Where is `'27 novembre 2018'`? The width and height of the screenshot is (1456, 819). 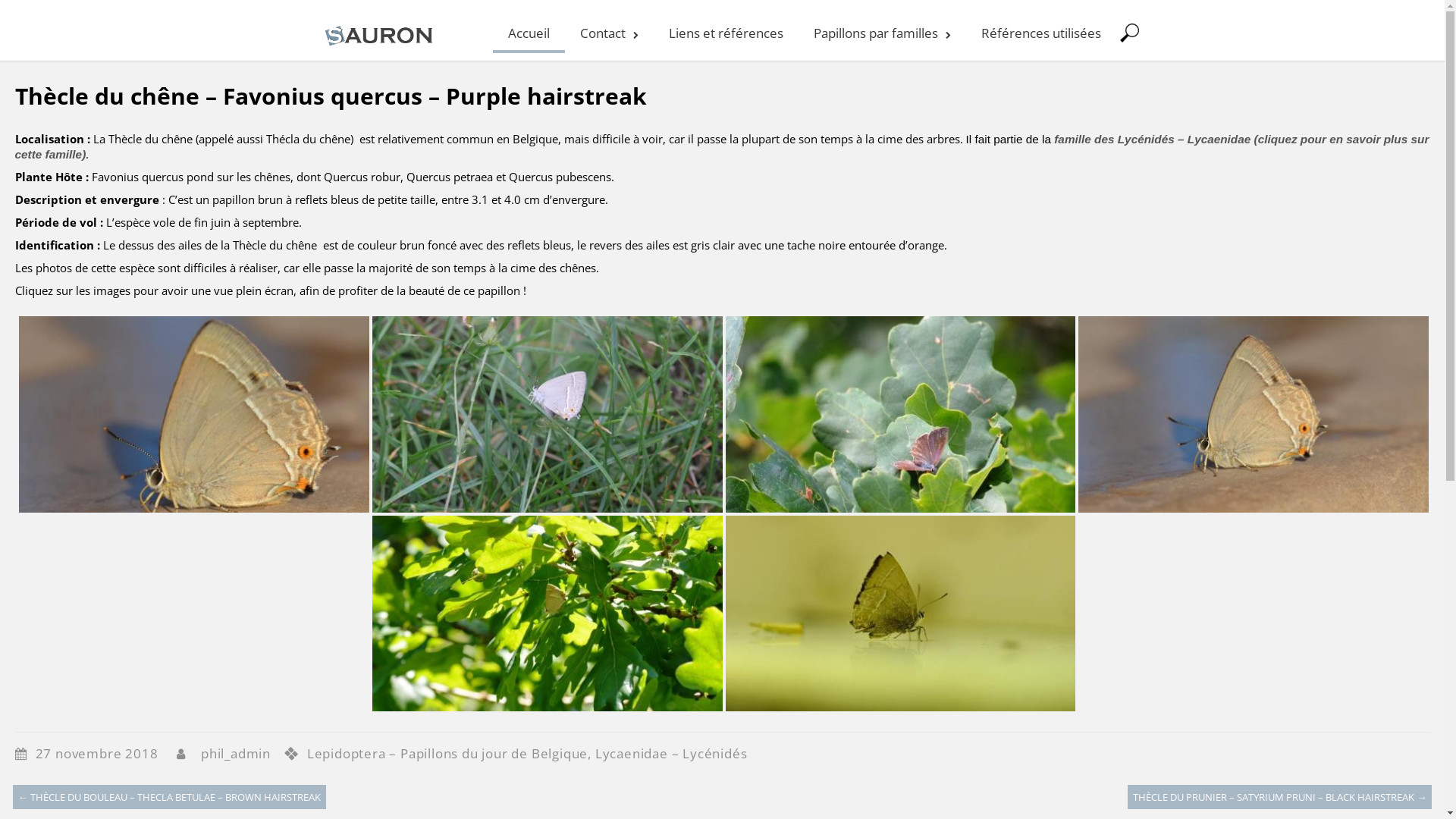
'27 novembre 2018' is located at coordinates (104, 753).